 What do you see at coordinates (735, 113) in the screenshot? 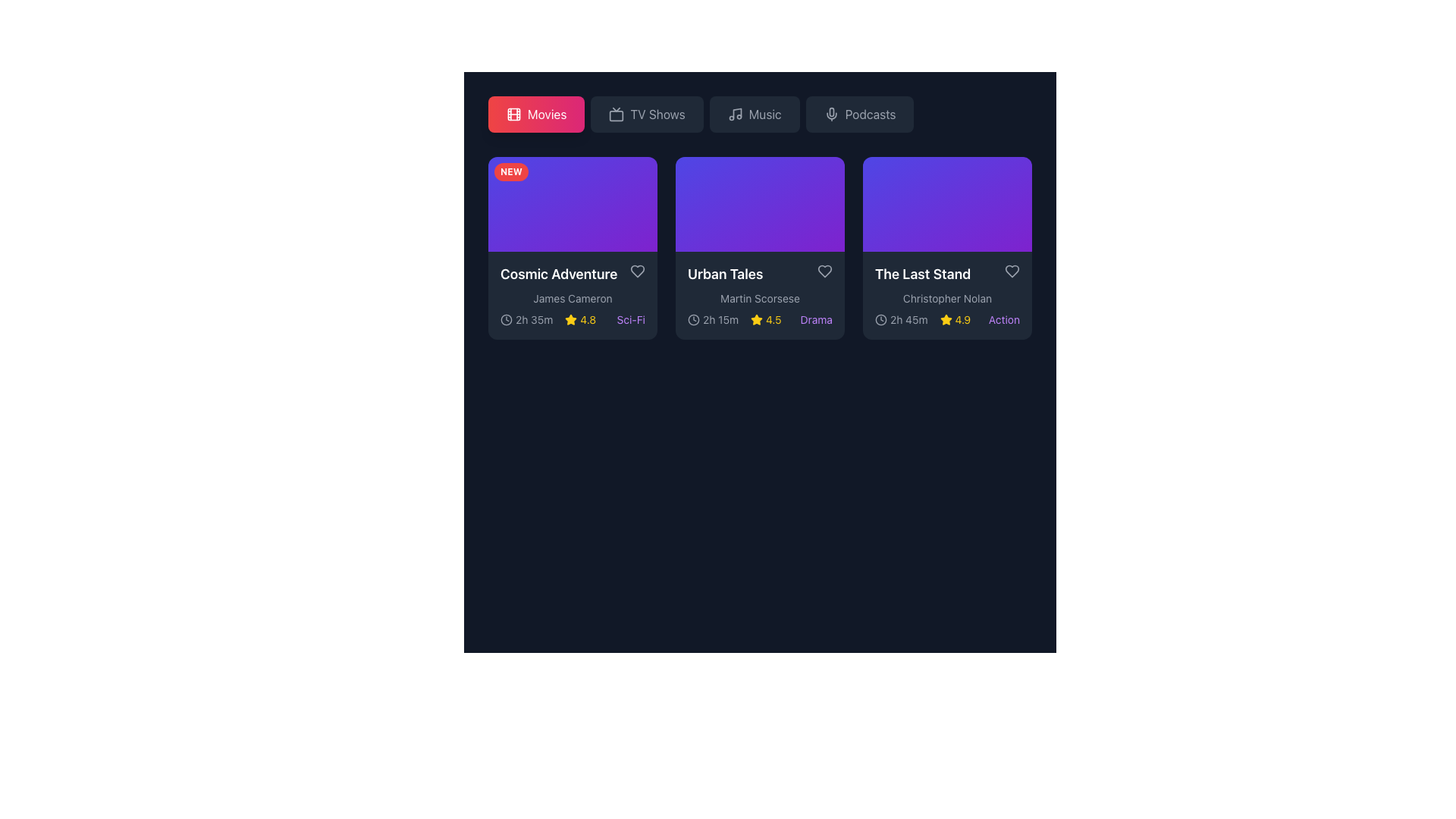
I see `the 'Music' icon in the navigation bar, which is located to the left of the 'Music' text and right of the 'TV Shows' button` at bounding box center [735, 113].